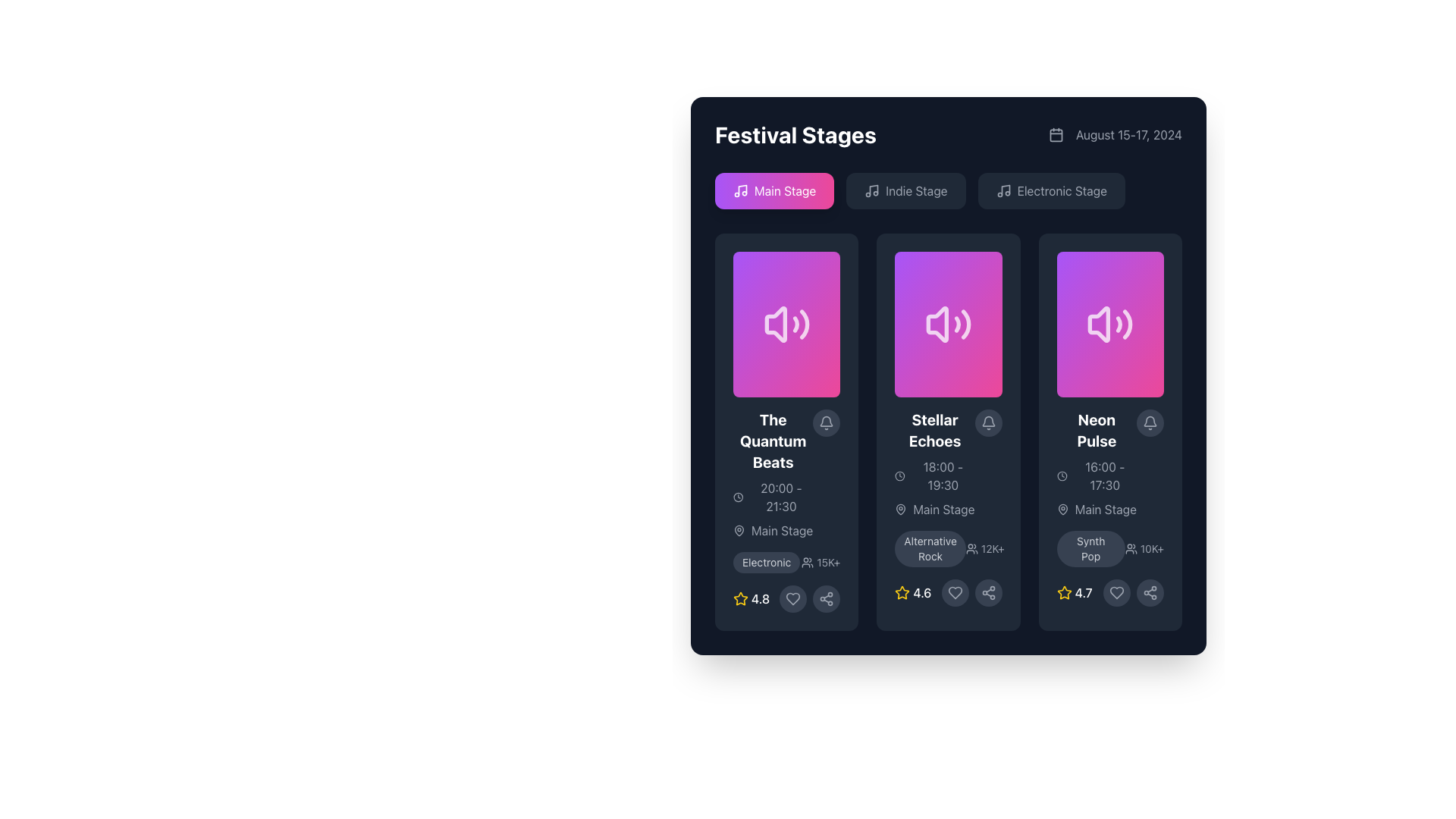  Describe the element at coordinates (773, 529) in the screenshot. I see `the 'Main Stage' labeled icon text, which is a gray text with a small map pin icon to its left, located below the '20:00 - 21:30' text in the card for 'The Quantum Beats'` at that location.